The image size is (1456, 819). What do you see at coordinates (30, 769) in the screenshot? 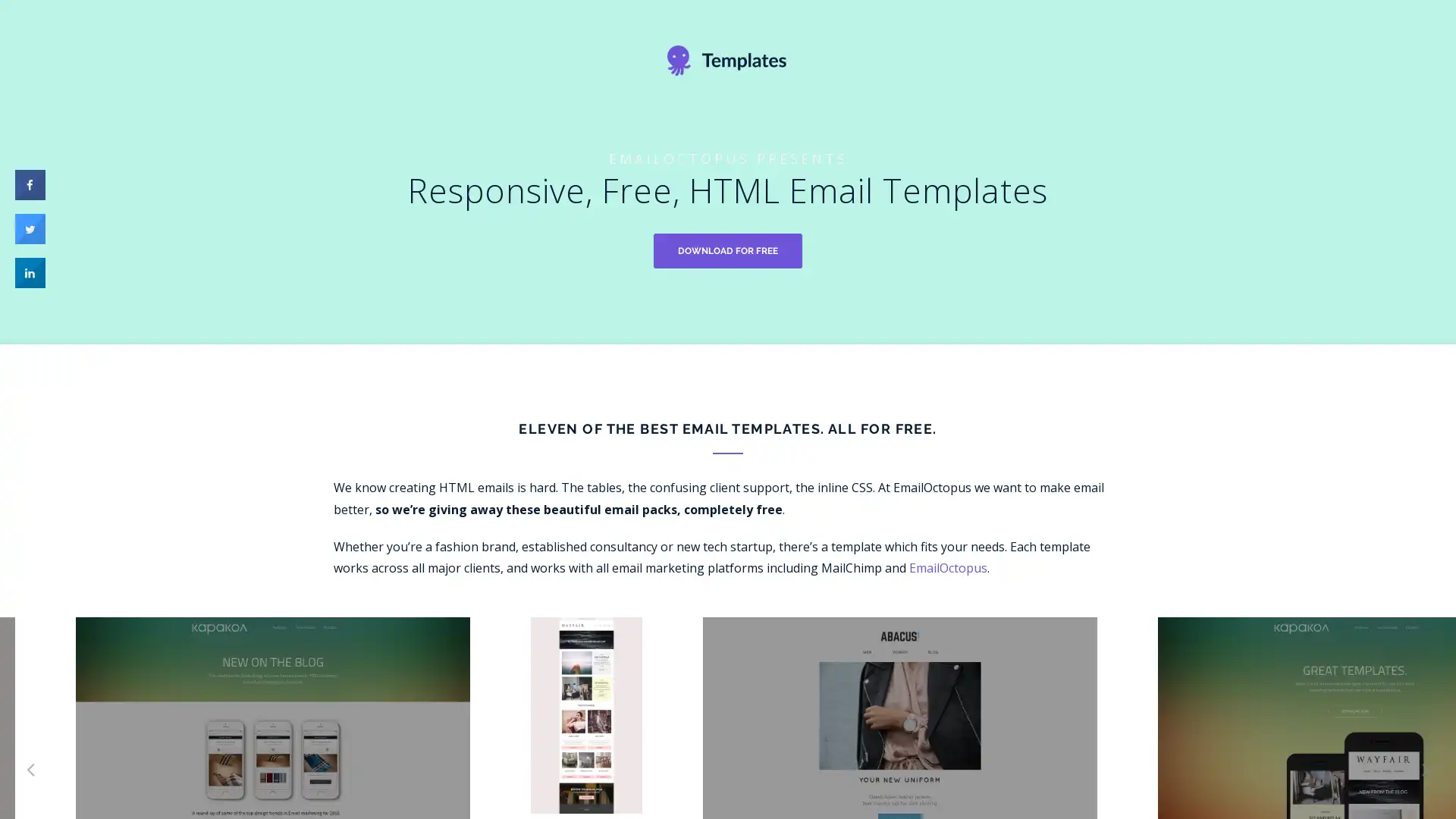
I see `Previous` at bounding box center [30, 769].